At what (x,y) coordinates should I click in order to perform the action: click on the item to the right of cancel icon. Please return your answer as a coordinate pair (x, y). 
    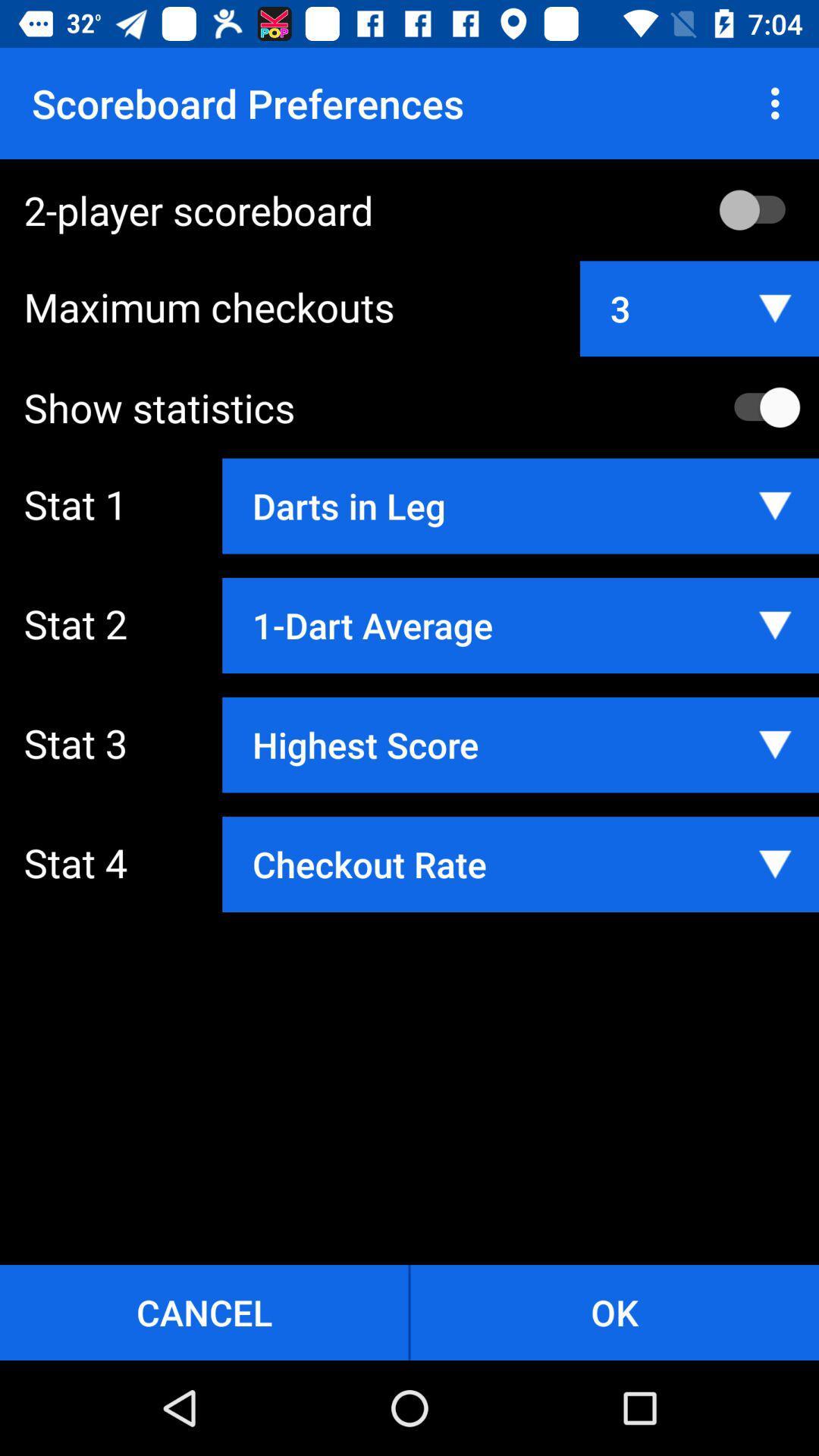
    Looking at the image, I should click on (614, 1312).